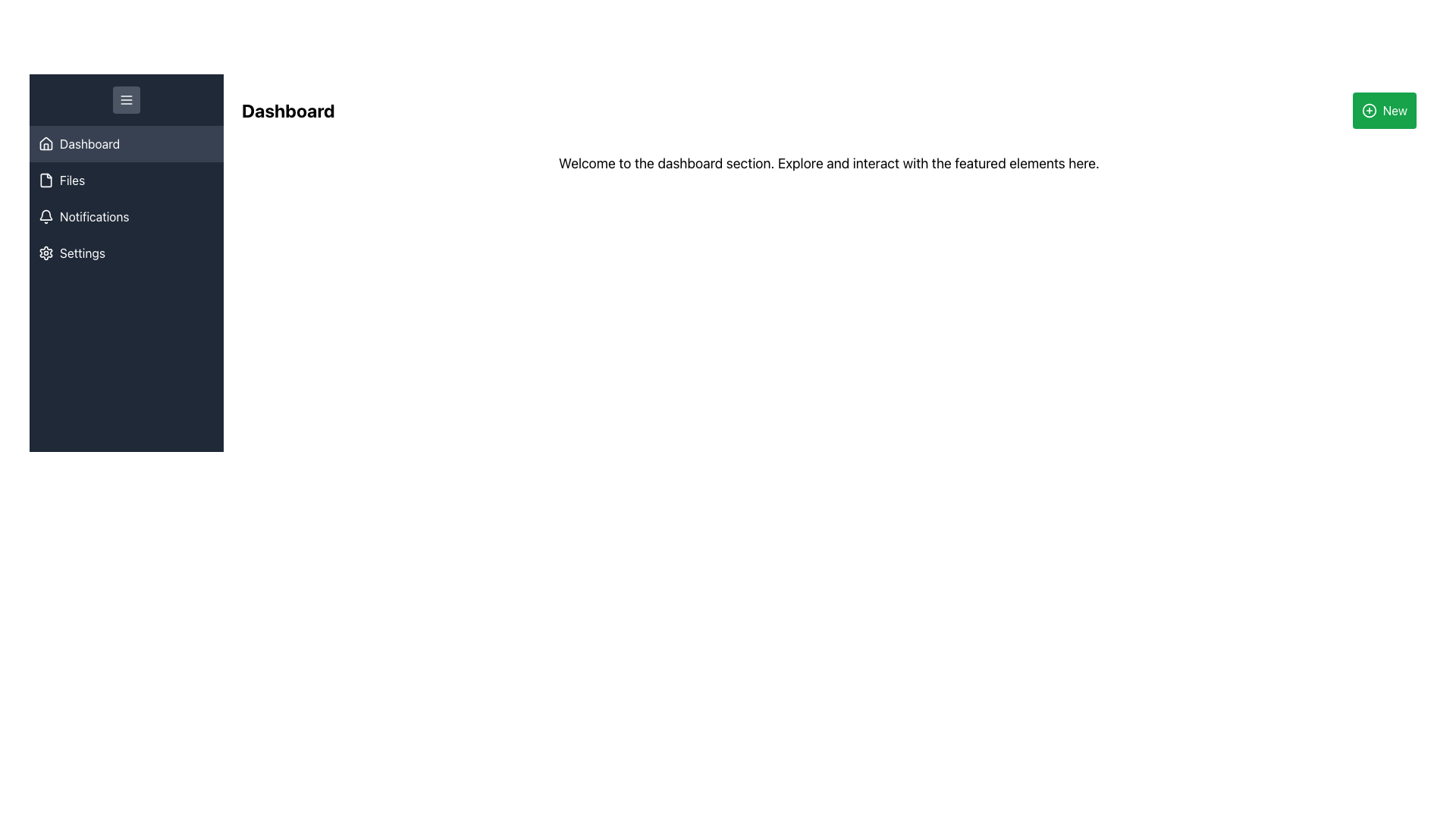 This screenshot has height=819, width=1456. What do you see at coordinates (46, 253) in the screenshot?
I see `the cogwheel icon representing the settings menu option located in the vertical navigation bar` at bounding box center [46, 253].